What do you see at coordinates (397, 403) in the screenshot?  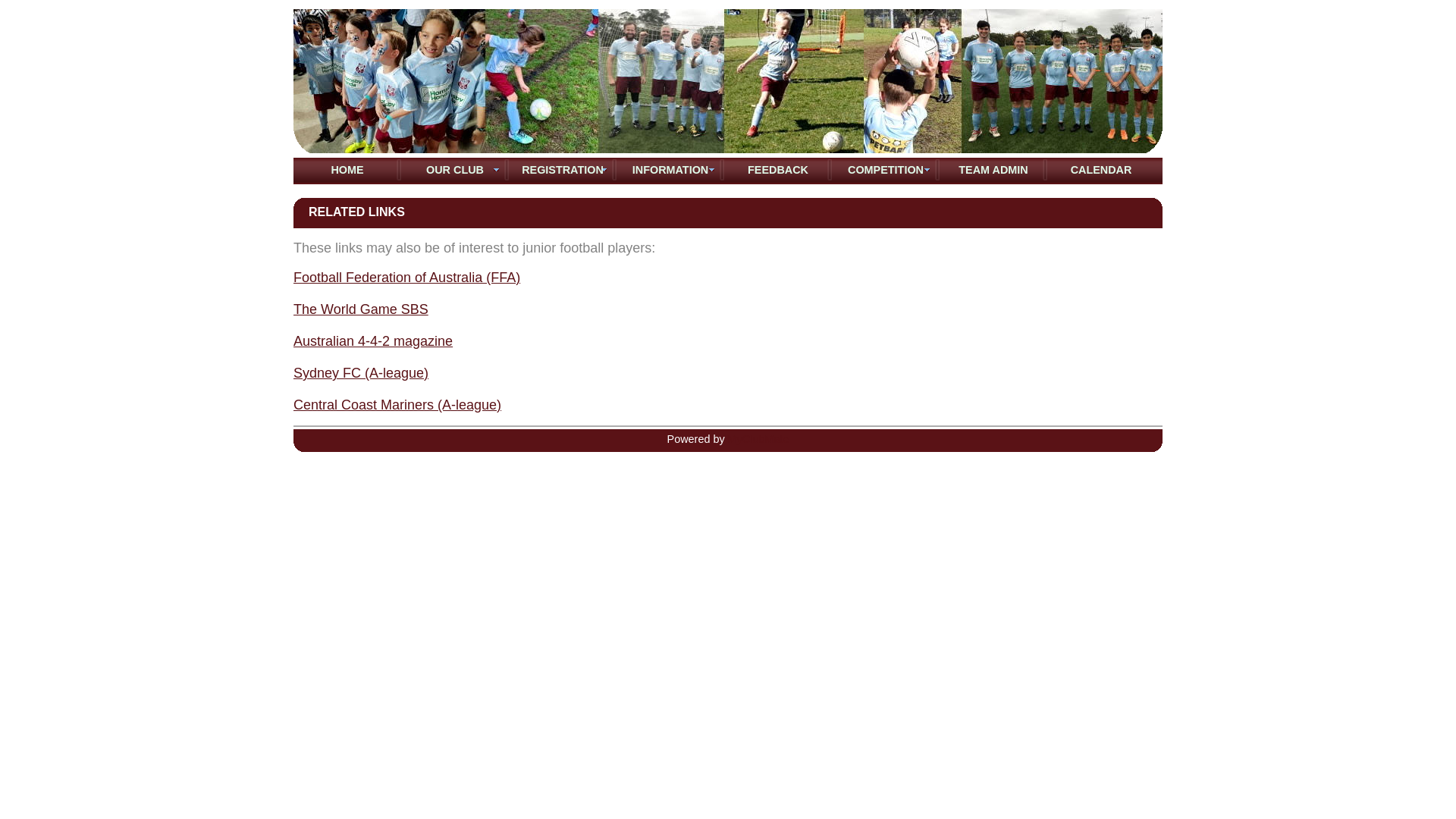 I see `'Central Coast Mariners (A-league)'` at bounding box center [397, 403].